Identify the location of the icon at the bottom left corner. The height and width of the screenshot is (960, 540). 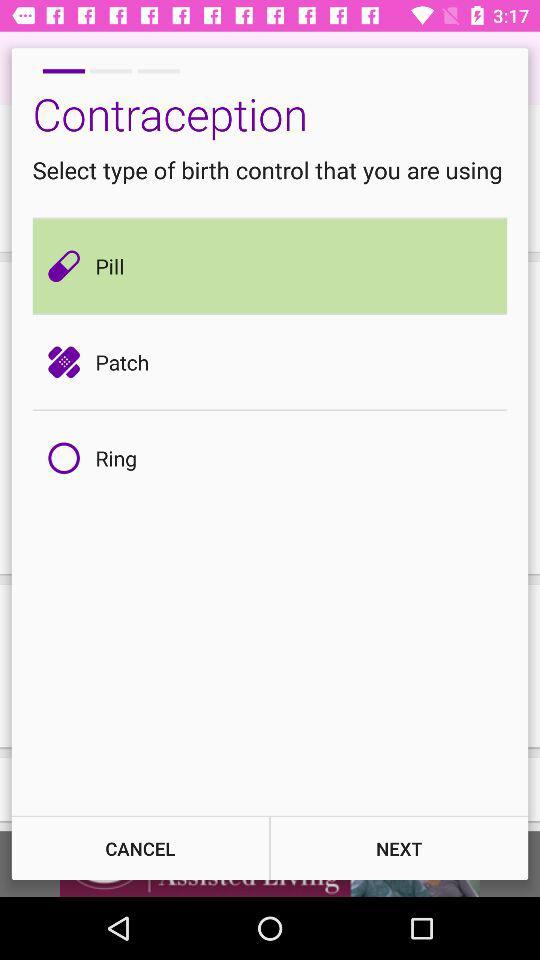
(139, 847).